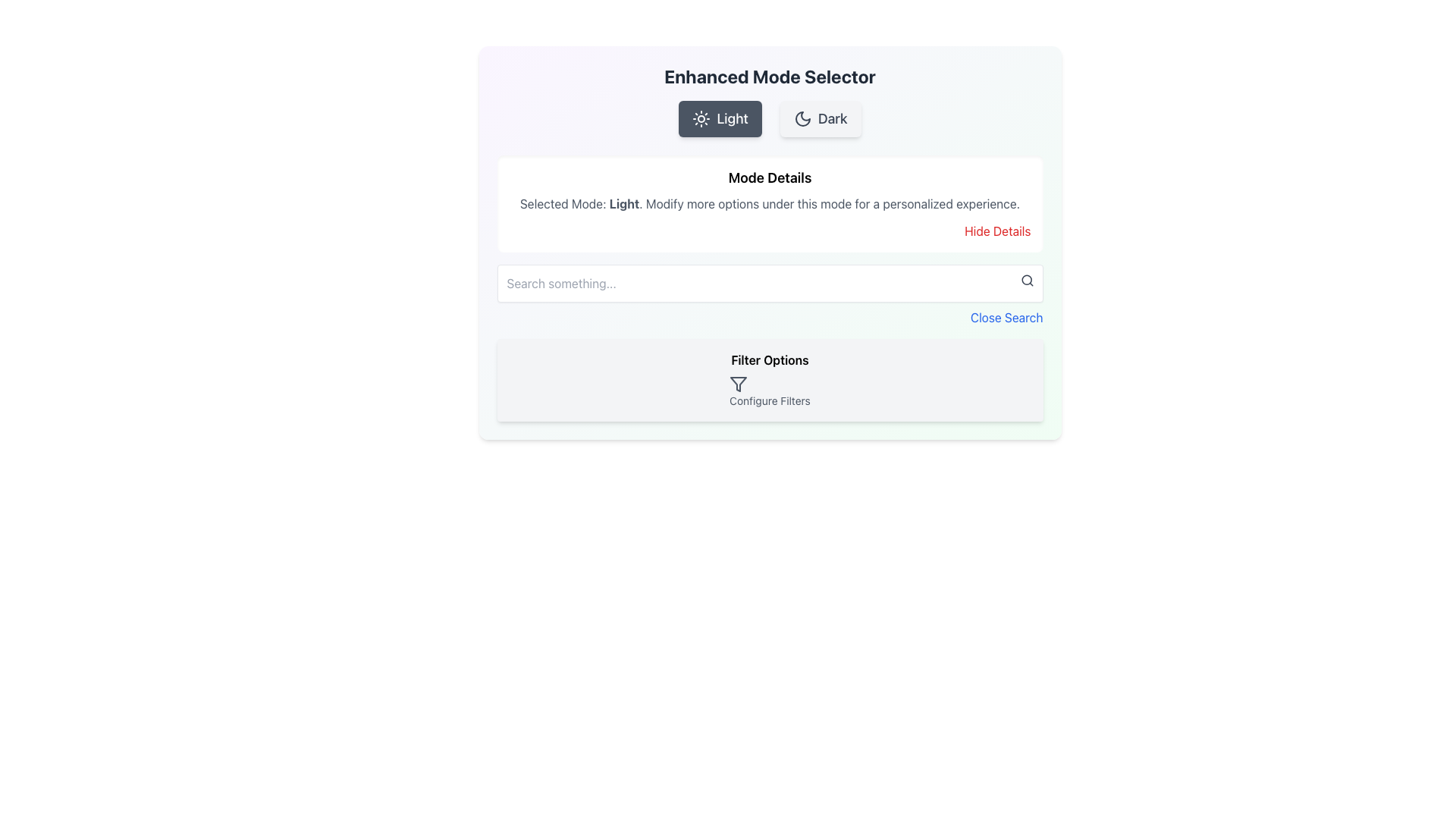 Image resolution: width=1456 pixels, height=819 pixels. What do you see at coordinates (802, 118) in the screenshot?
I see `the crescent moon icon within the SVG graphic that indicates the 'Dark' mode option` at bounding box center [802, 118].